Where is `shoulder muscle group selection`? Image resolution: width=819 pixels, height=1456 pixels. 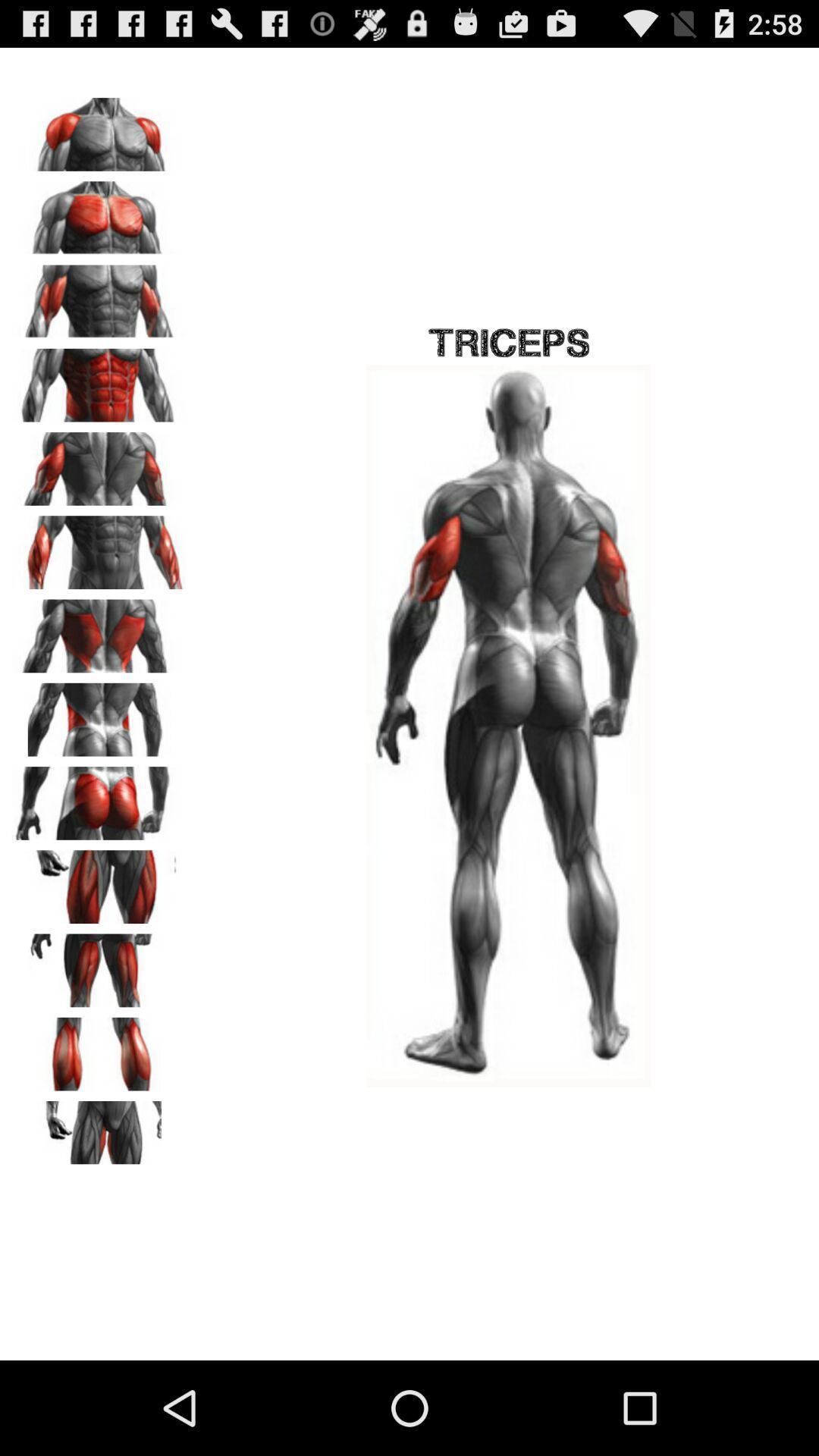 shoulder muscle group selection is located at coordinates (99, 129).